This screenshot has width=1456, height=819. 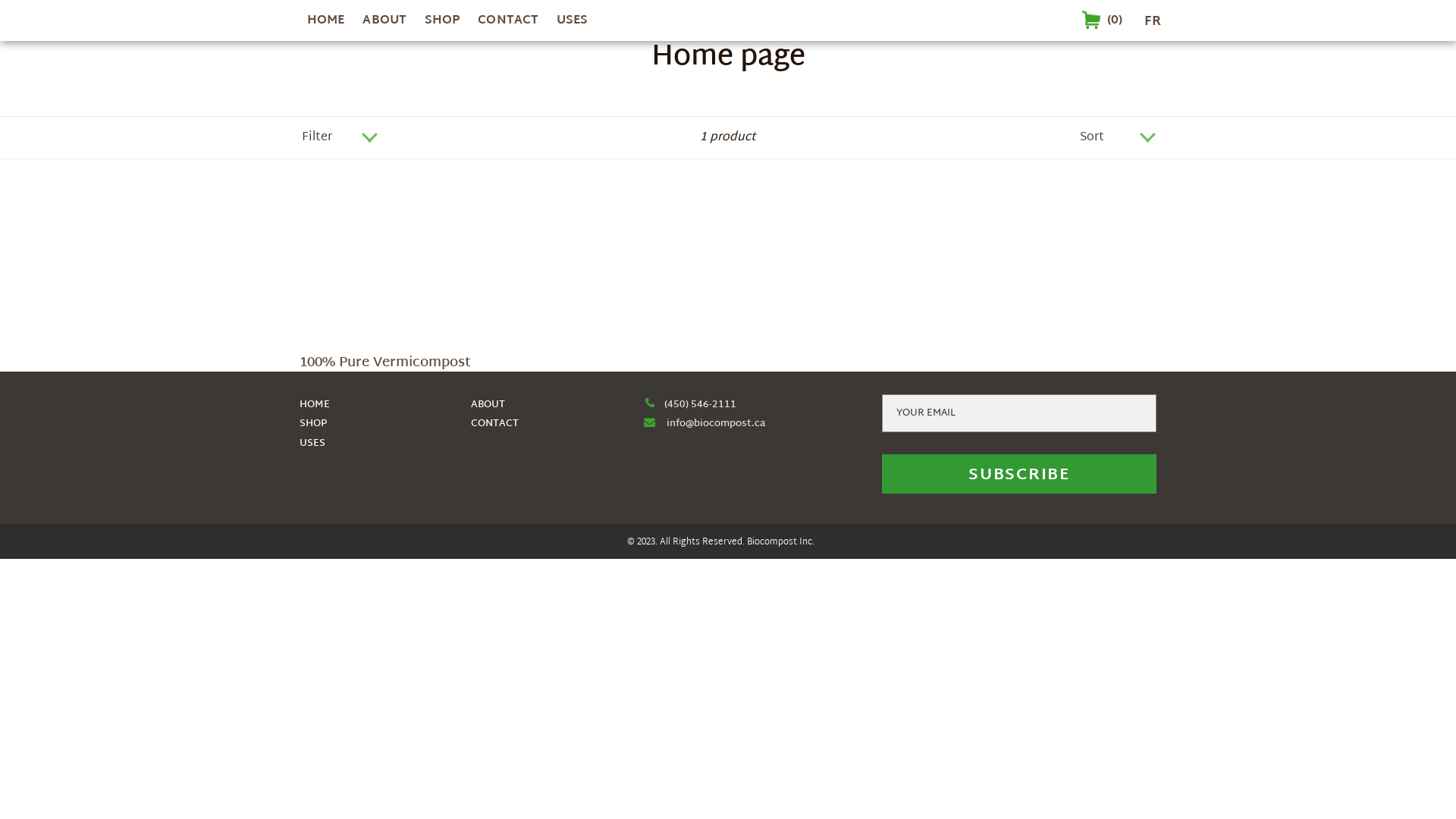 What do you see at coordinates (441, 20) in the screenshot?
I see `'SHOP'` at bounding box center [441, 20].